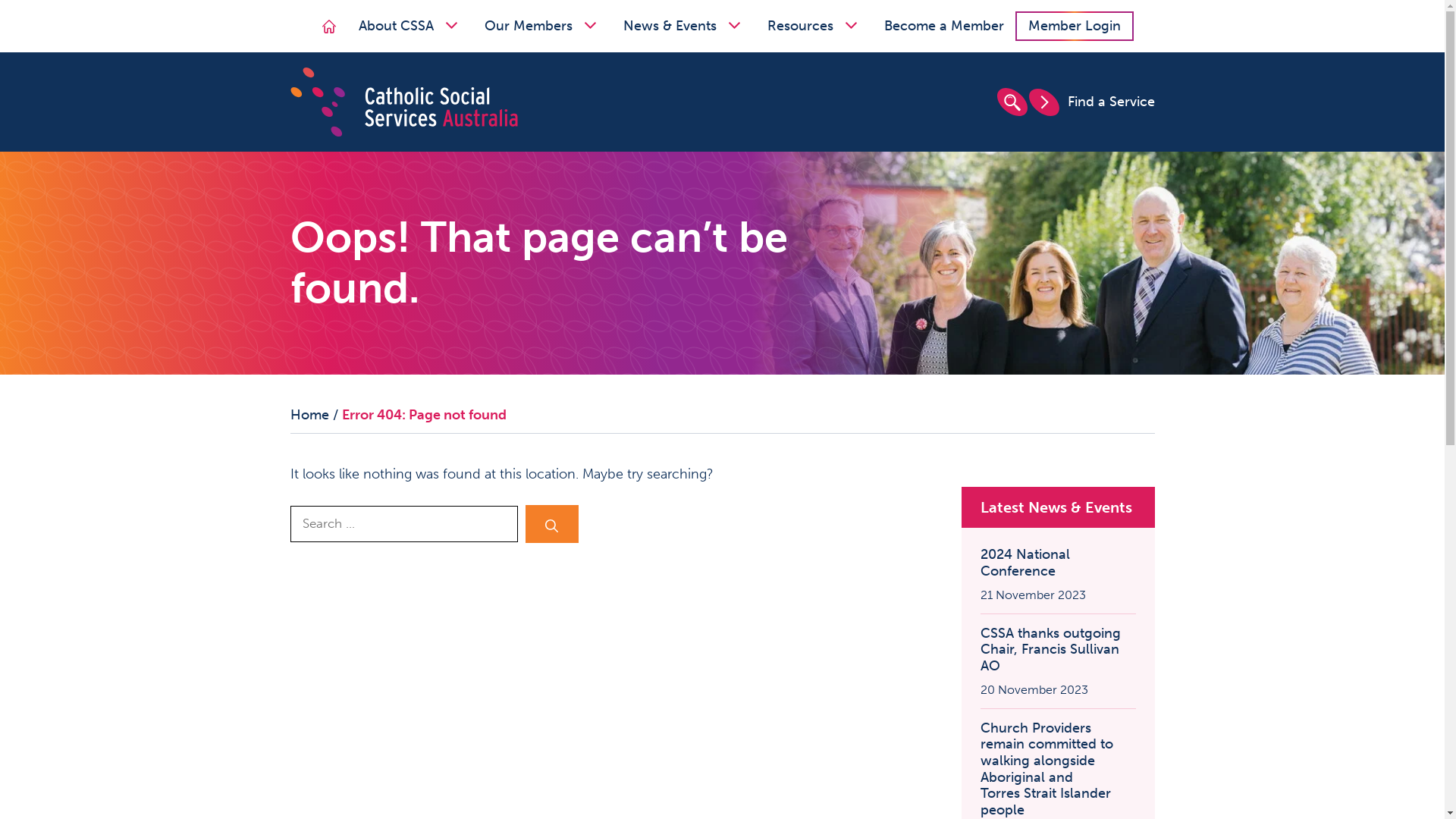  I want to click on 'Our Members', so click(542, 26).